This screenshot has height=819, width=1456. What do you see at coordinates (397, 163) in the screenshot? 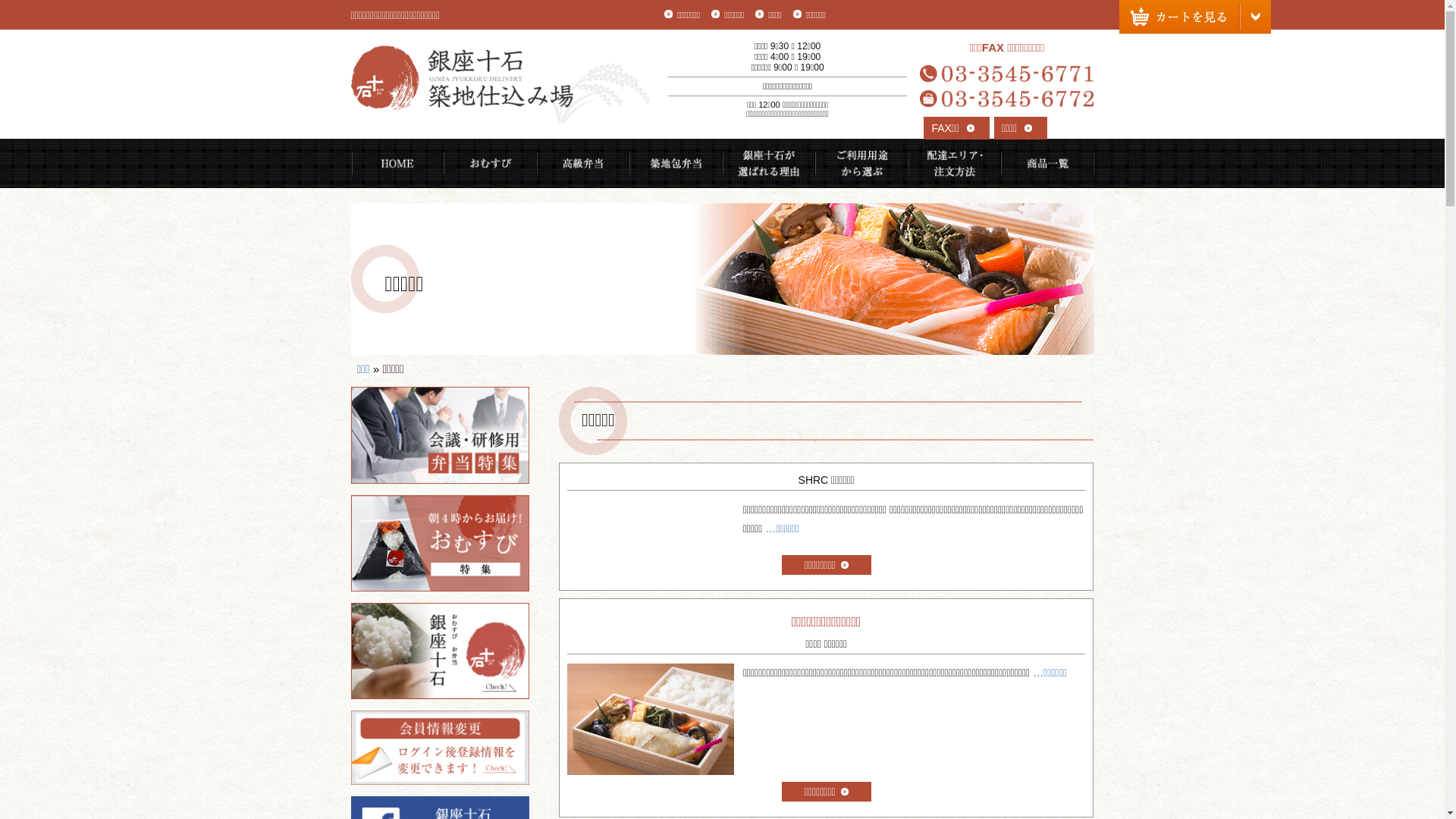
I see `'HOME'` at bounding box center [397, 163].